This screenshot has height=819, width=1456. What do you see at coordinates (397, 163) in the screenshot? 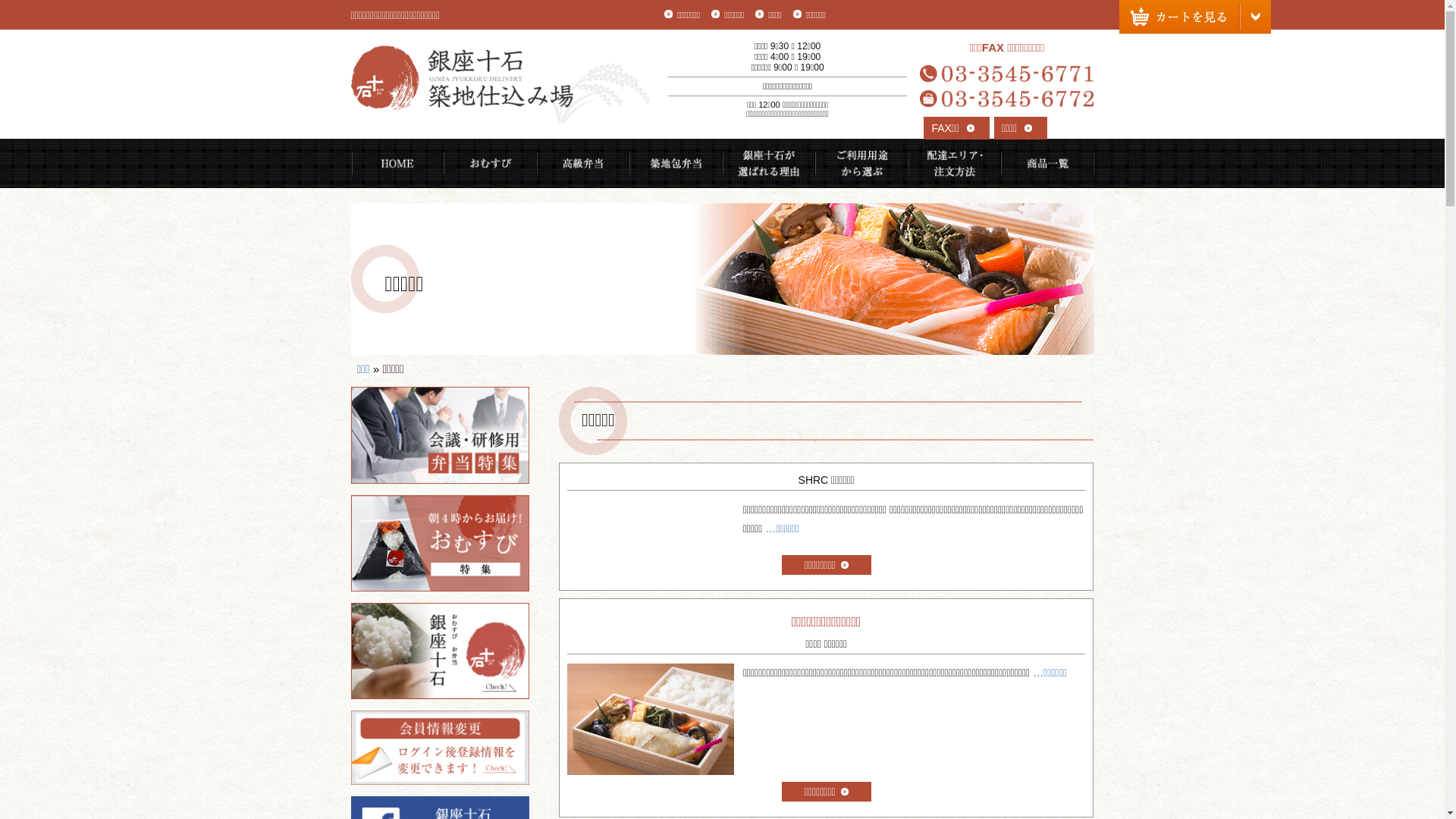
I see `'HOME'` at bounding box center [397, 163].